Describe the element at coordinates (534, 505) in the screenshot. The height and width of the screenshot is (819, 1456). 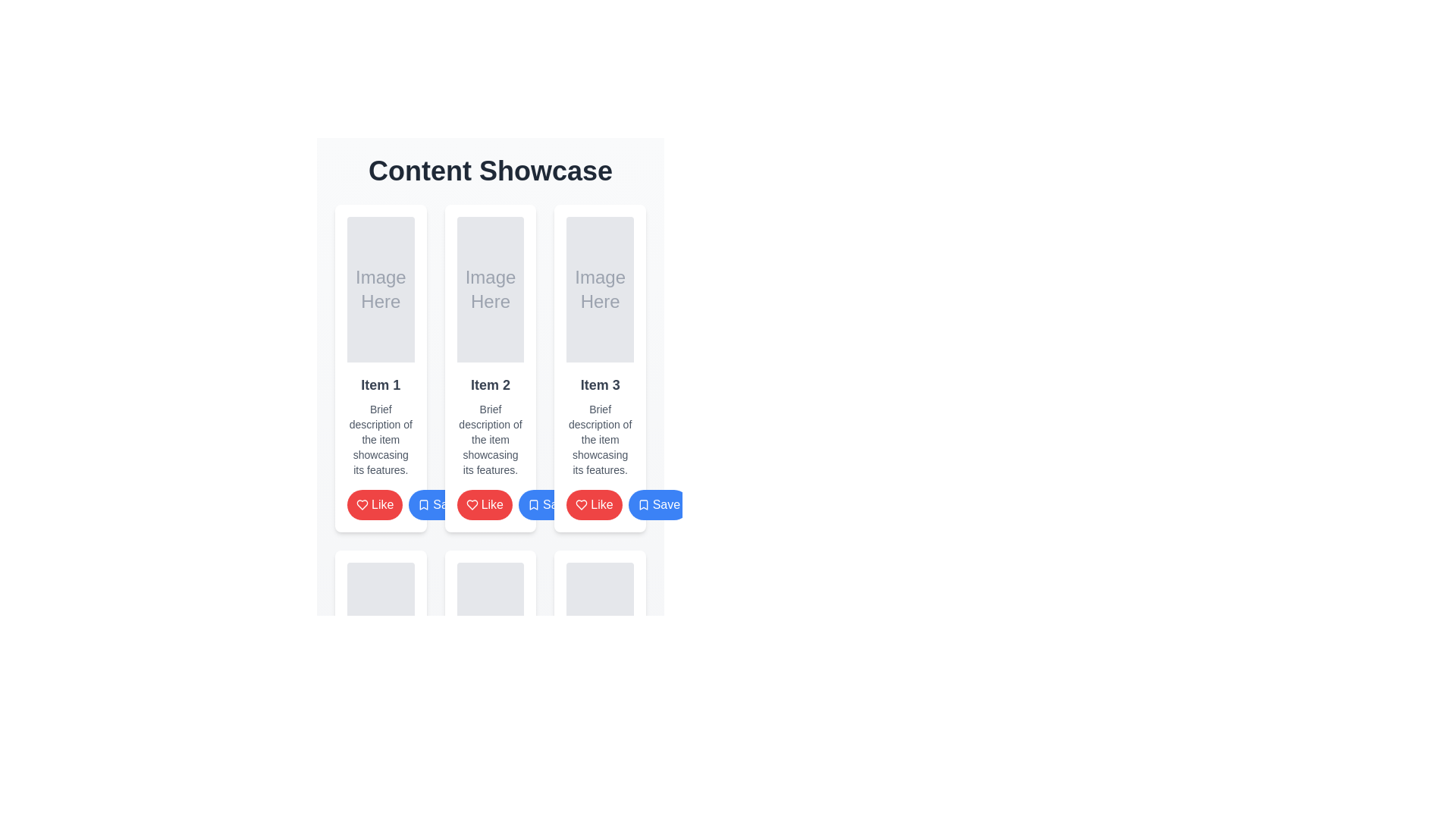
I see `the bookmark-shaped SVG icon within the 'Save' button of the third card in the card-based layout` at that location.